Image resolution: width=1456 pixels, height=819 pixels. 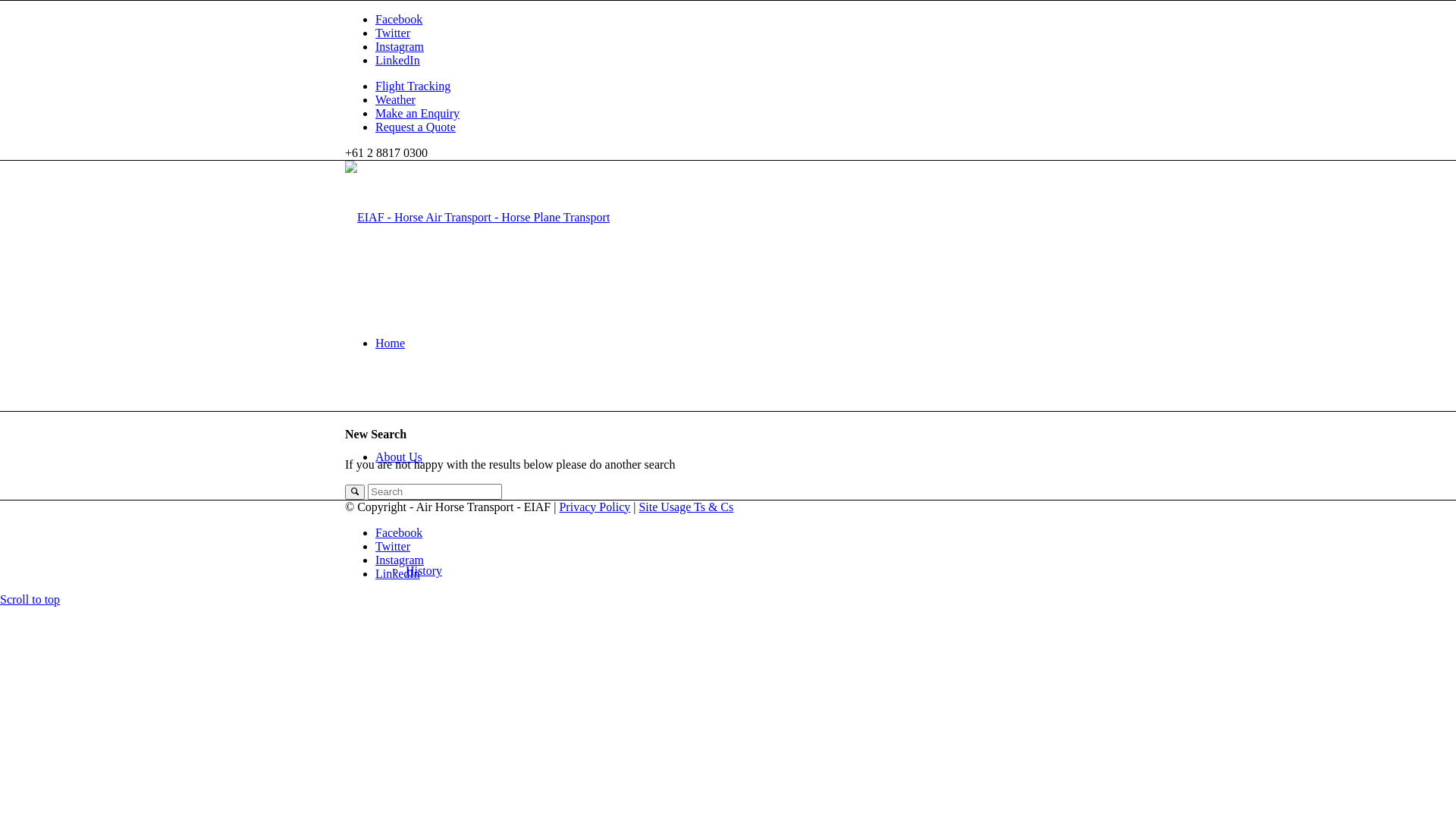 What do you see at coordinates (375, 456) in the screenshot?
I see `'About Us'` at bounding box center [375, 456].